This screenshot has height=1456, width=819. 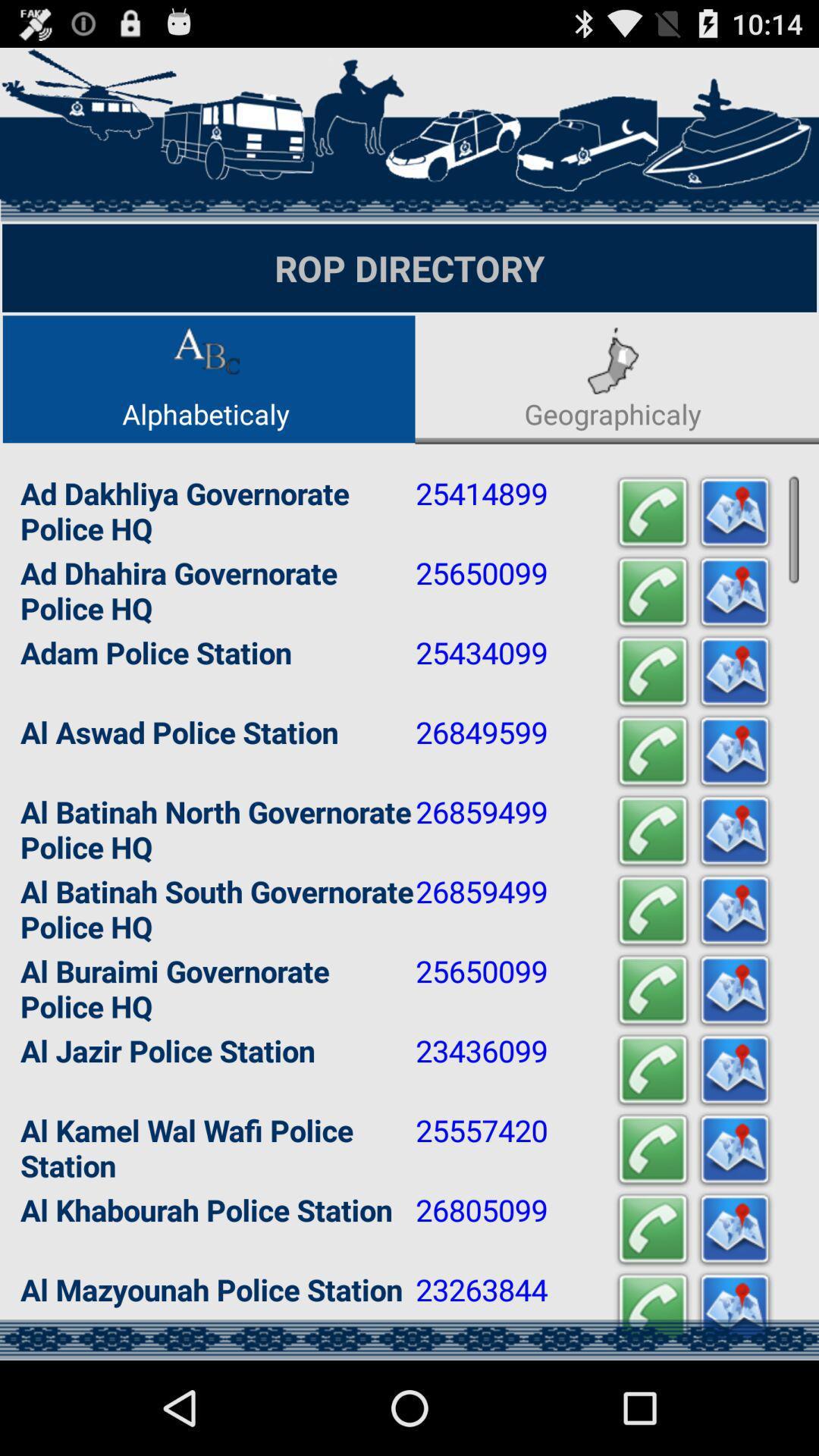 I want to click on call, so click(x=651, y=1308).